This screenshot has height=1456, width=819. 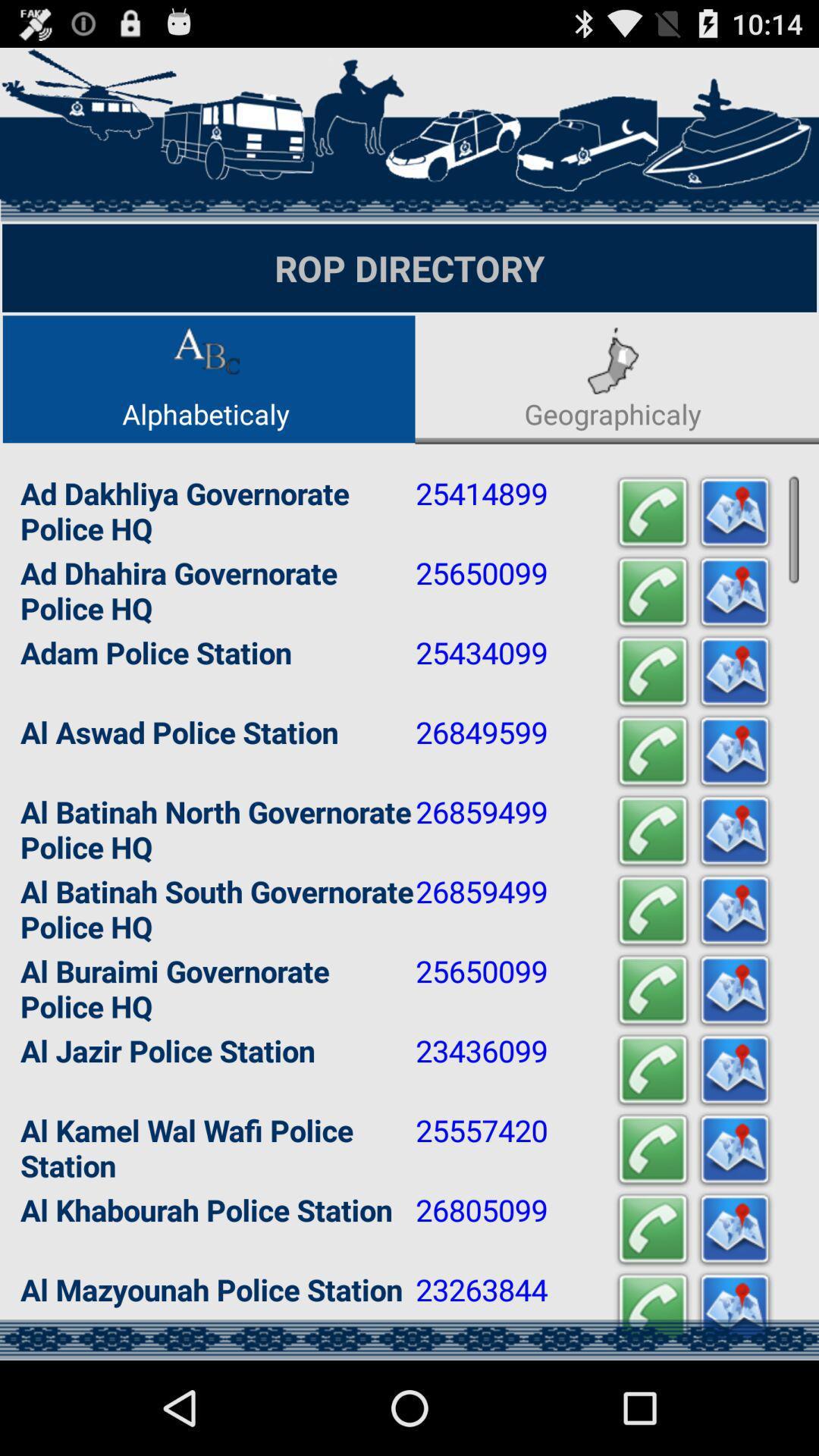 I want to click on call, so click(x=651, y=1308).